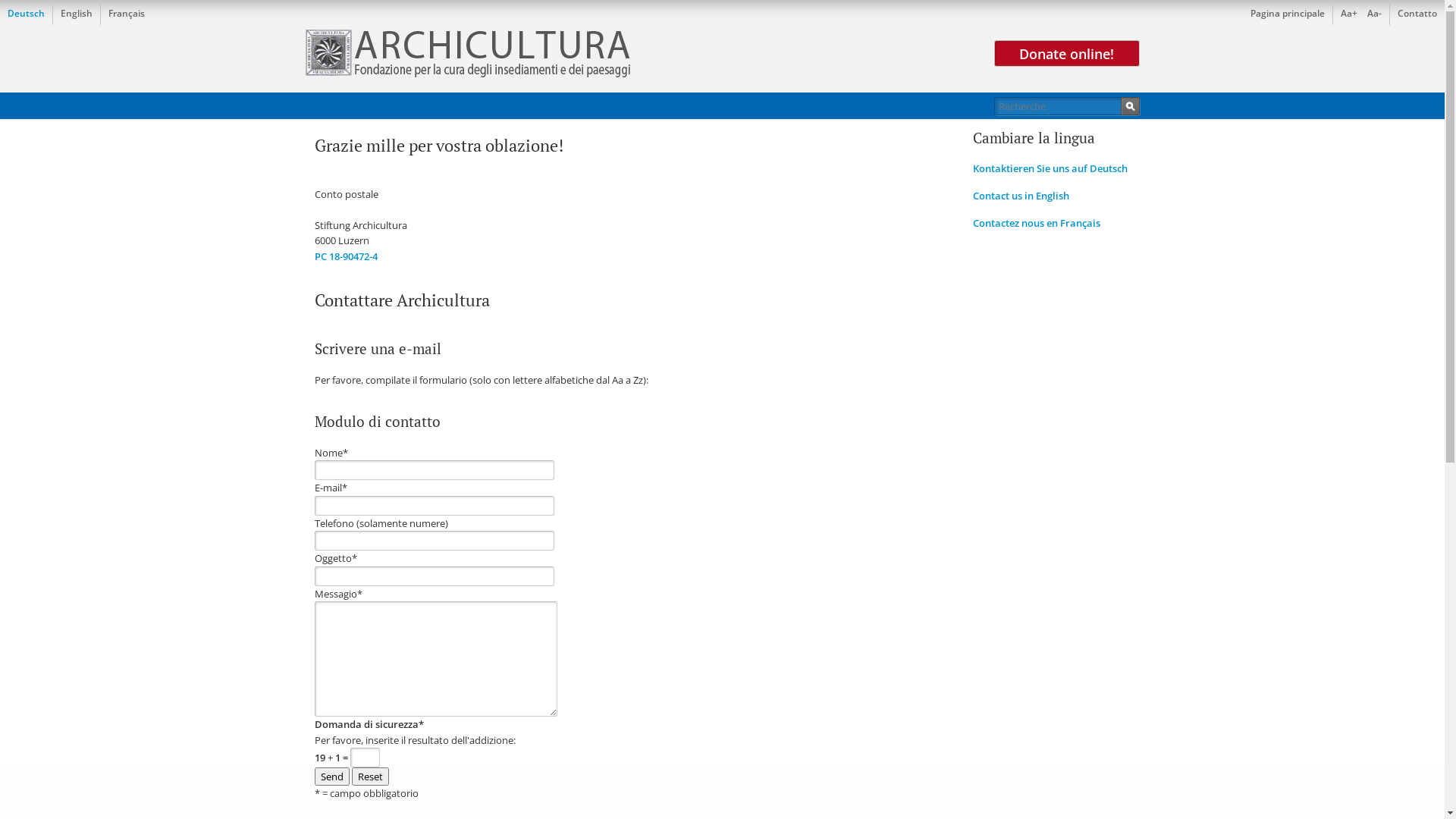 This screenshot has height=819, width=1456. Describe the element at coordinates (344, 256) in the screenshot. I see `'PC 18-90472-4'` at that location.